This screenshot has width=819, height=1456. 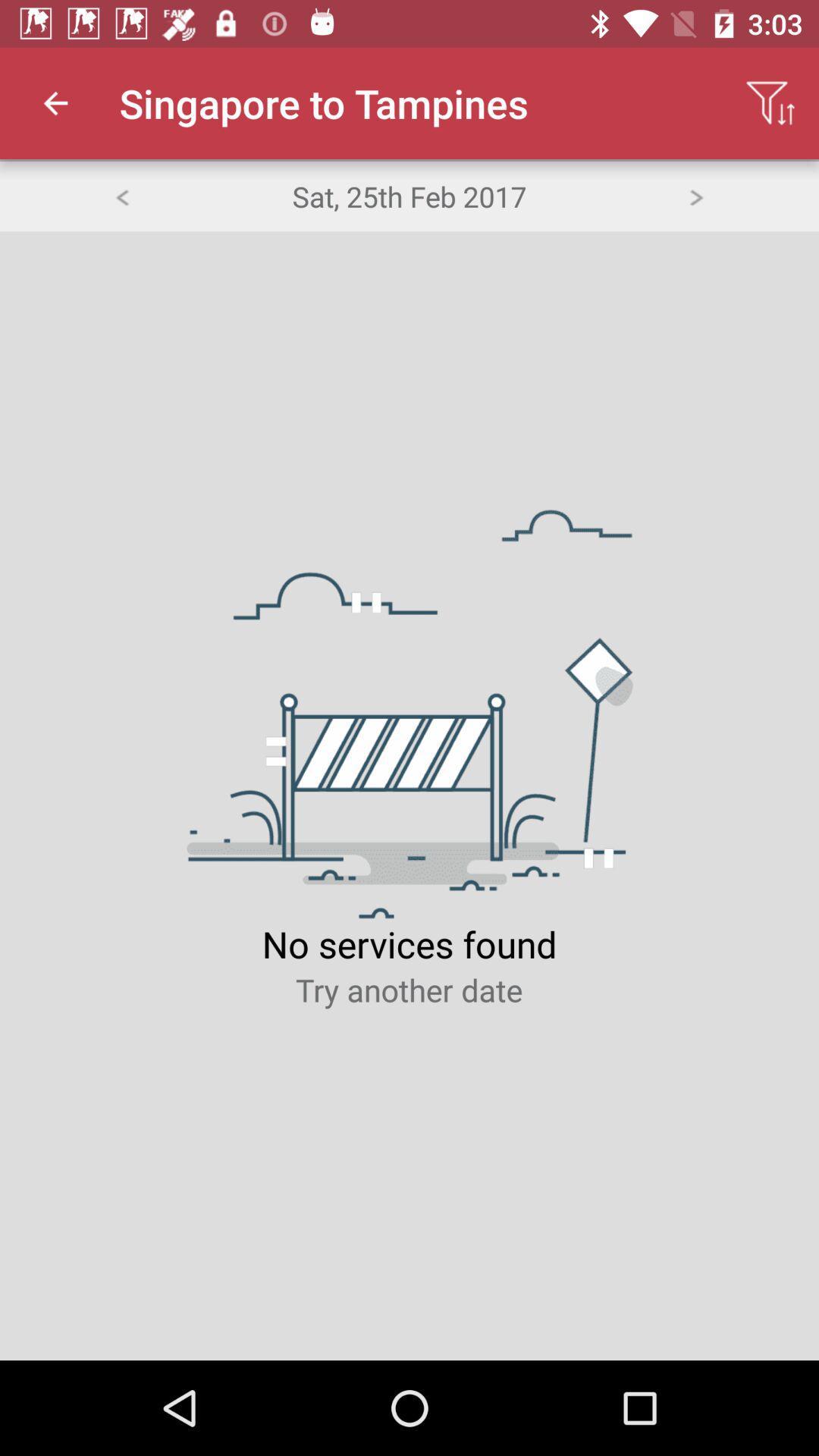 I want to click on previous day, so click(x=121, y=195).